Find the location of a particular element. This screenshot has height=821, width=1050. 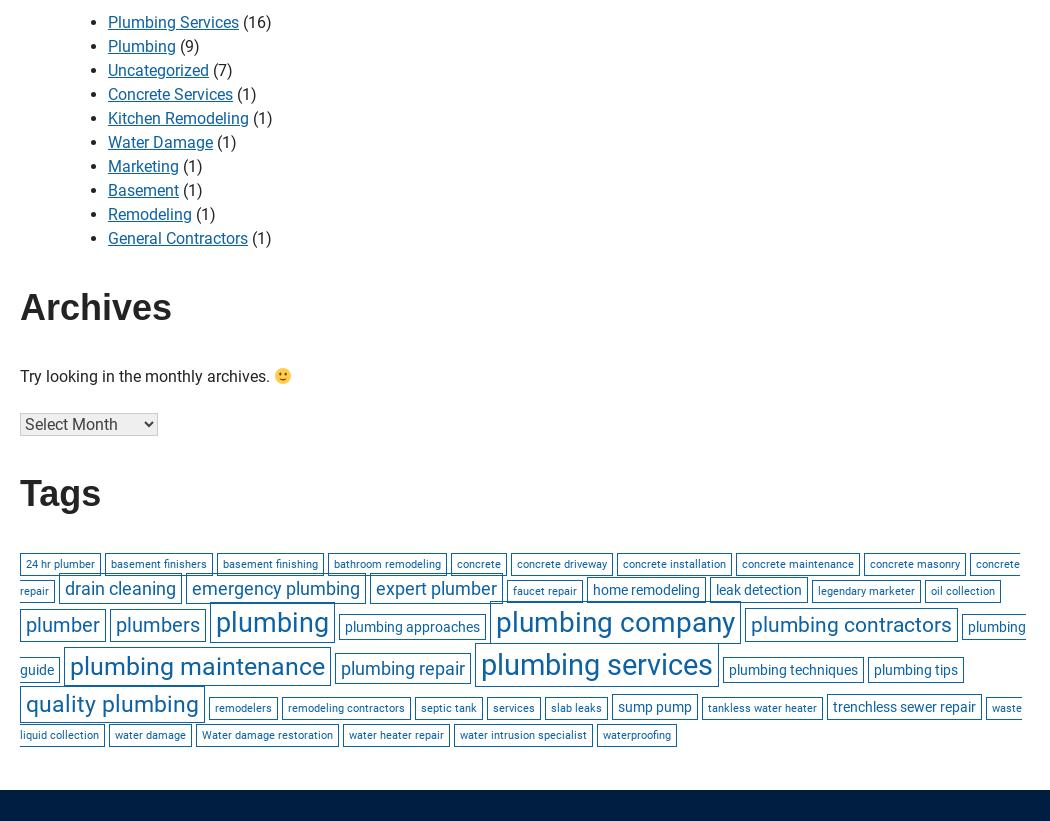

'(7)' is located at coordinates (220, 70).